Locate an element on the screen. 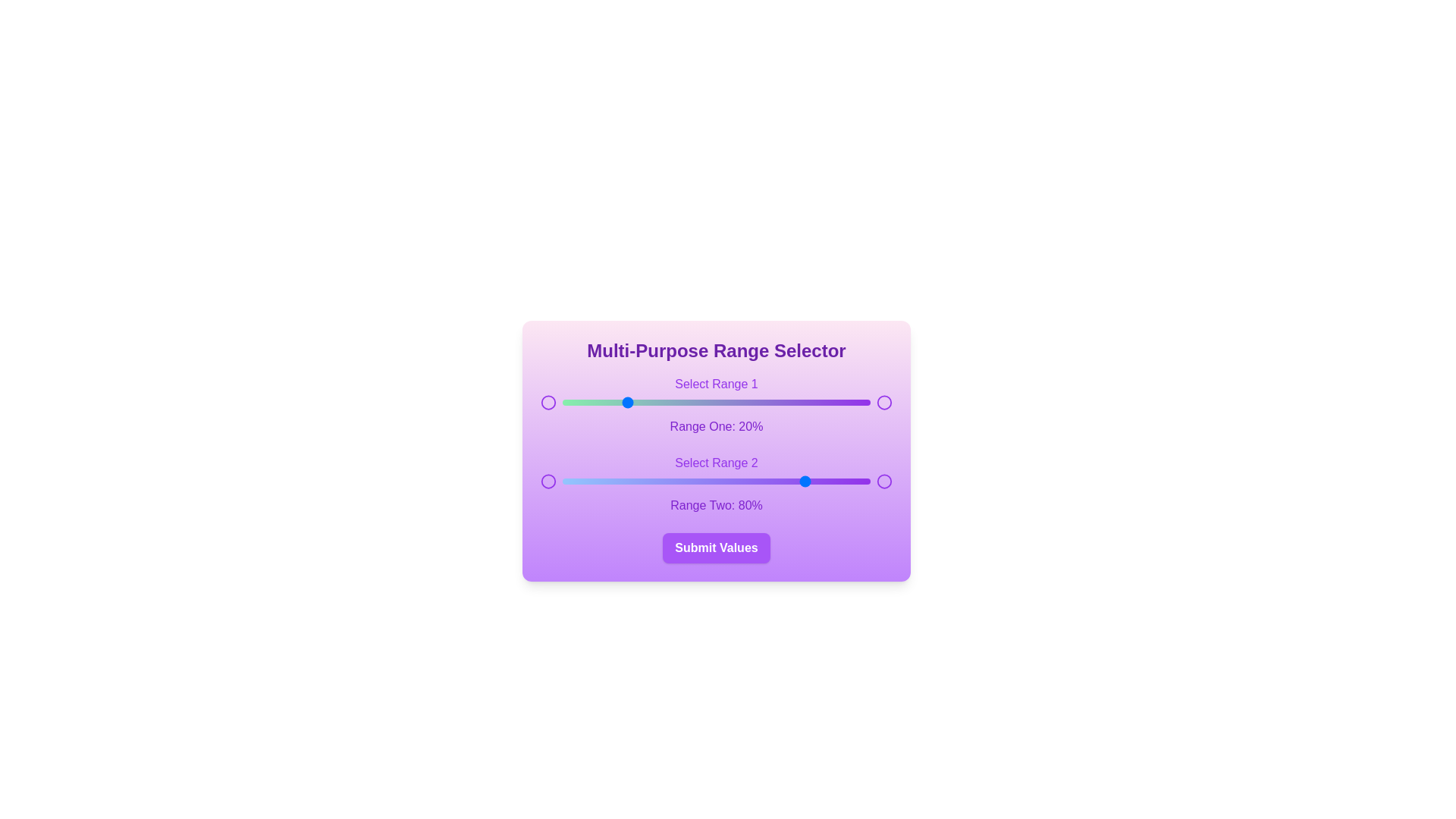 The width and height of the screenshot is (1456, 819). the second range slider to 19% is located at coordinates (621, 482).